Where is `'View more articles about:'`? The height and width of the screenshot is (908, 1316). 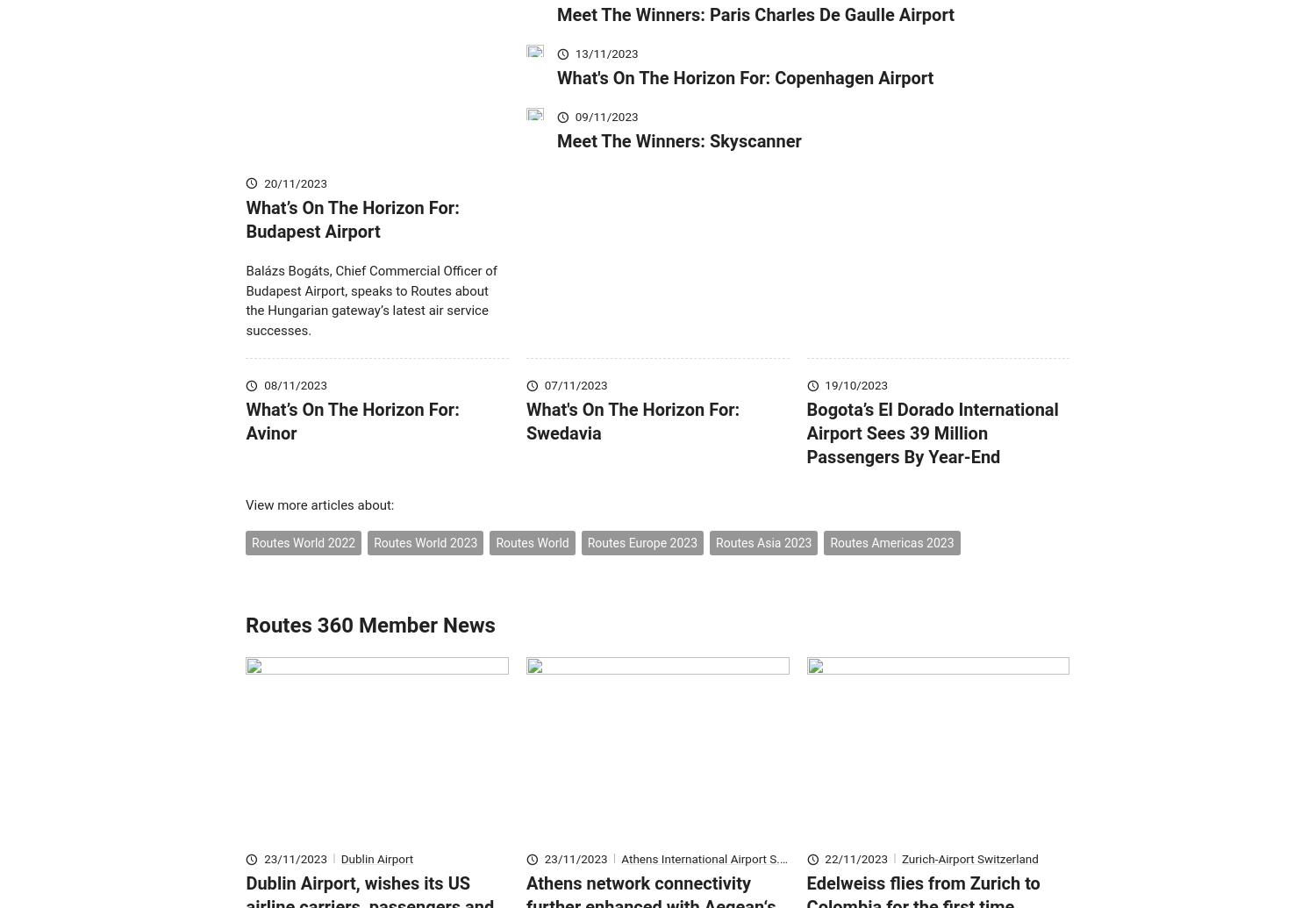 'View more articles about:' is located at coordinates (318, 530).